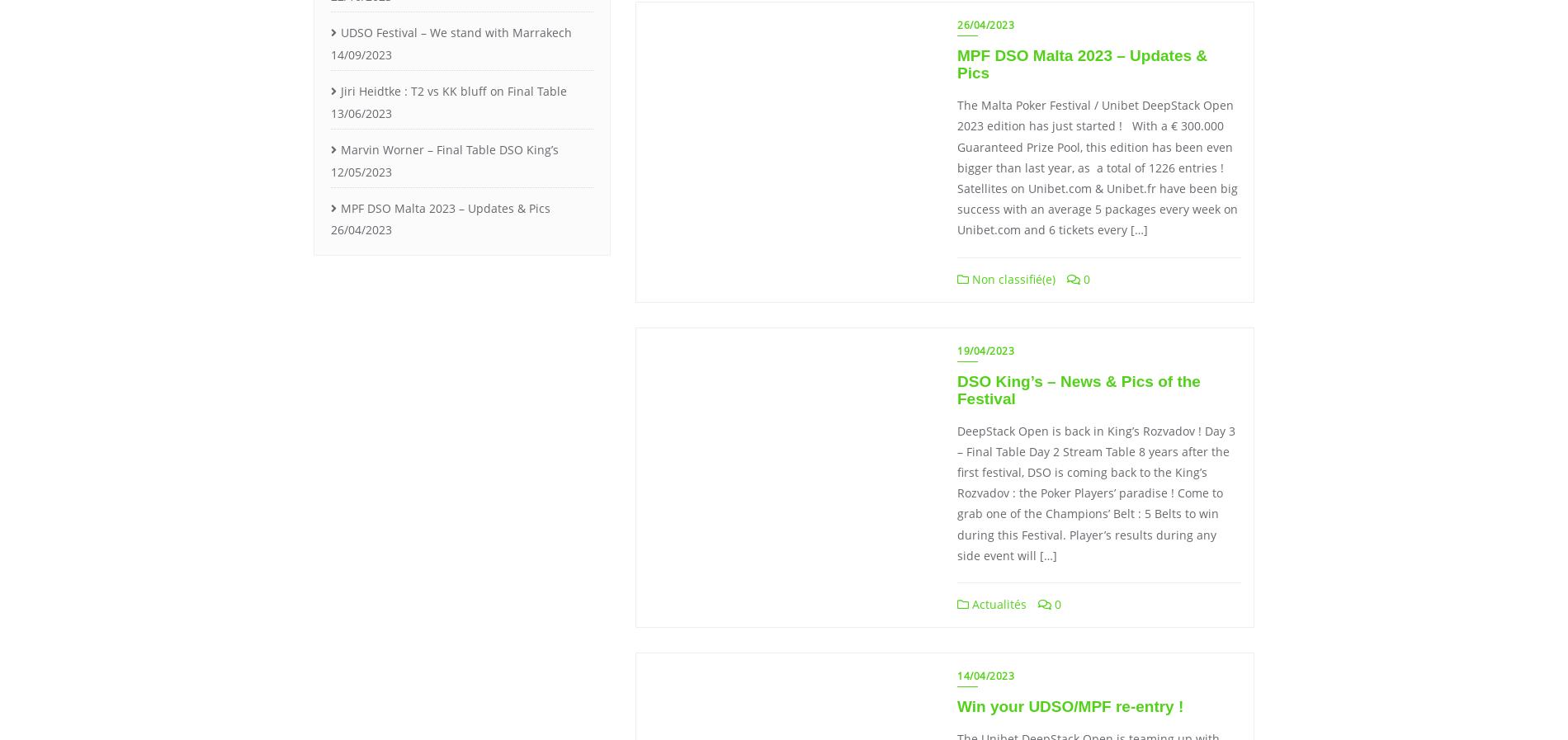 This screenshot has width=1568, height=740. I want to click on '19/04/2023', so click(985, 349).